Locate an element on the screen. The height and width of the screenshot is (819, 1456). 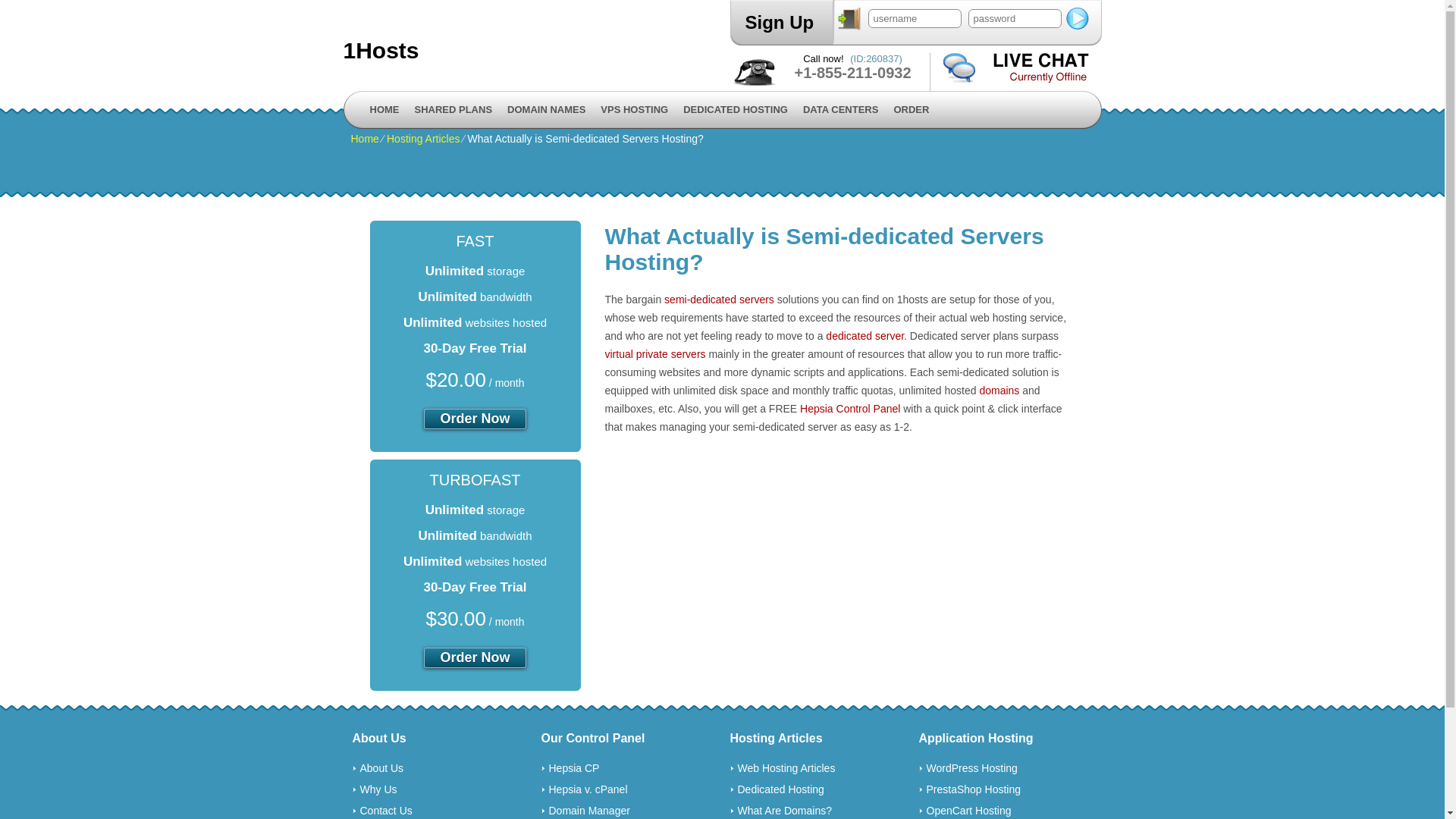
'DATA CENTERS' is located at coordinates (839, 109).